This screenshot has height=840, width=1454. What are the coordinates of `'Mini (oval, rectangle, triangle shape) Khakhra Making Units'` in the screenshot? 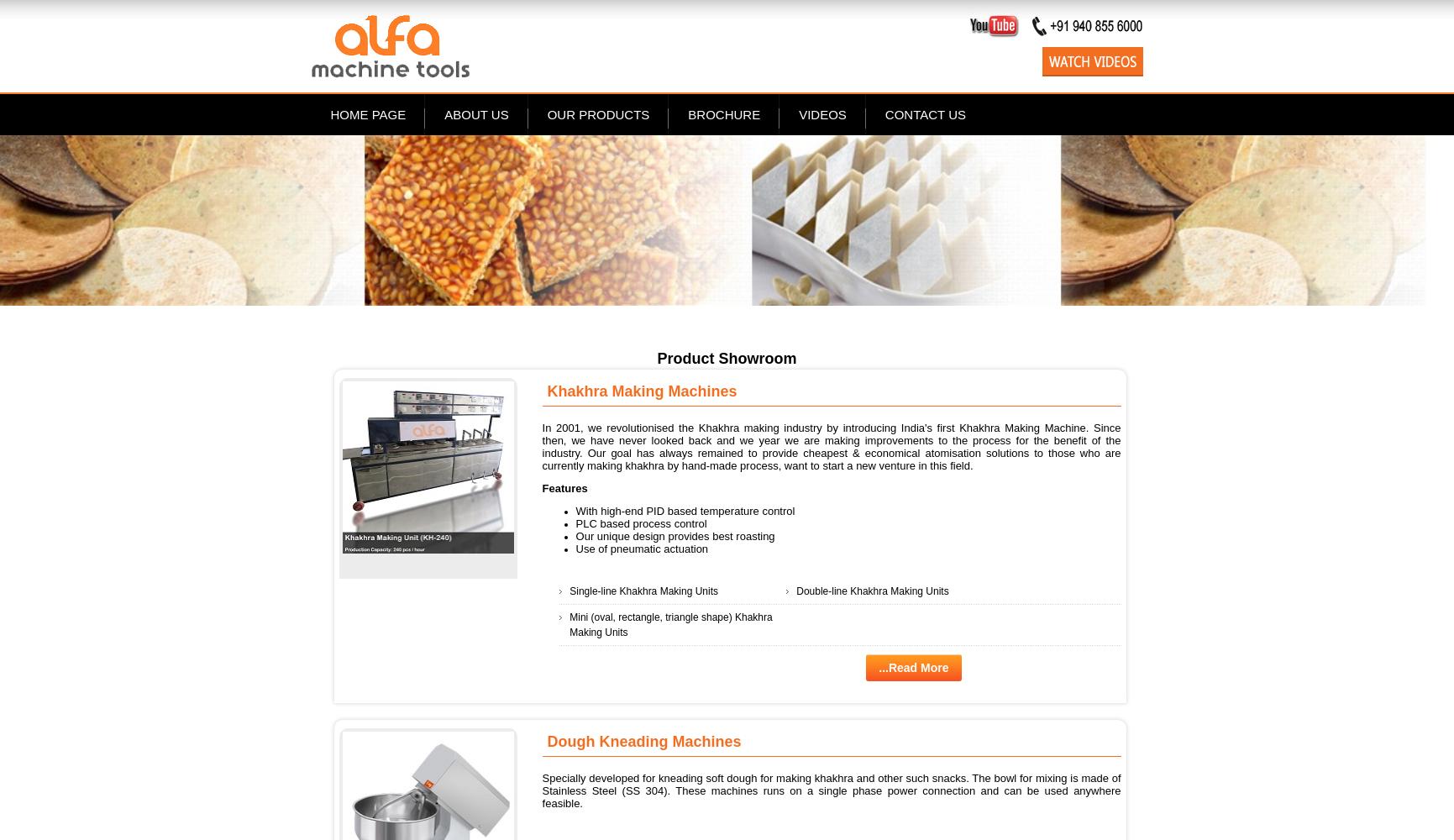 It's located at (670, 623).